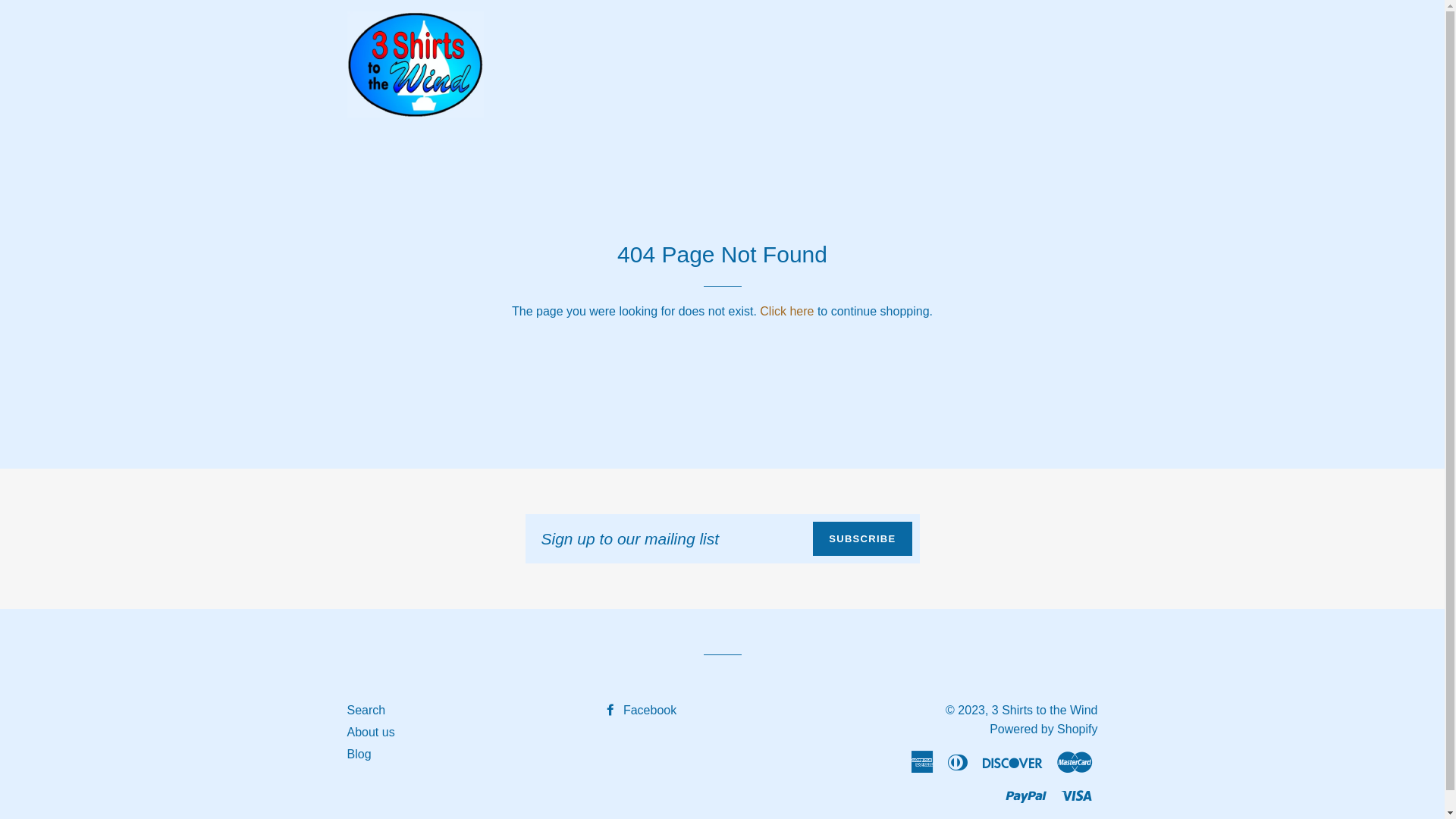 This screenshot has width=1456, height=819. Describe the element at coordinates (992, 710) in the screenshot. I see `'3 Shirts to the Wind'` at that location.